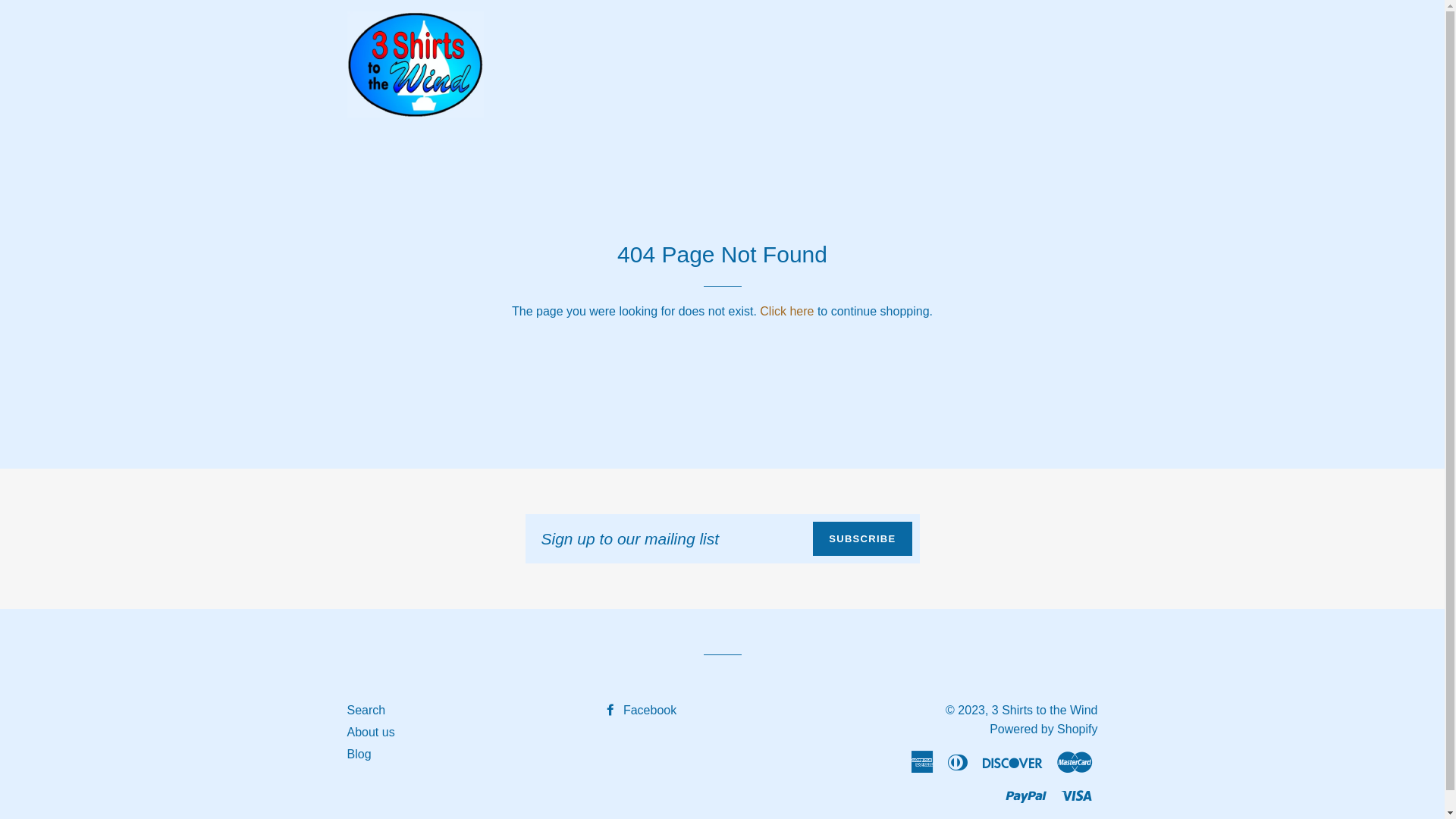 This screenshot has width=1456, height=819. Describe the element at coordinates (992, 710) in the screenshot. I see `'3 Shirts to the Wind'` at that location.